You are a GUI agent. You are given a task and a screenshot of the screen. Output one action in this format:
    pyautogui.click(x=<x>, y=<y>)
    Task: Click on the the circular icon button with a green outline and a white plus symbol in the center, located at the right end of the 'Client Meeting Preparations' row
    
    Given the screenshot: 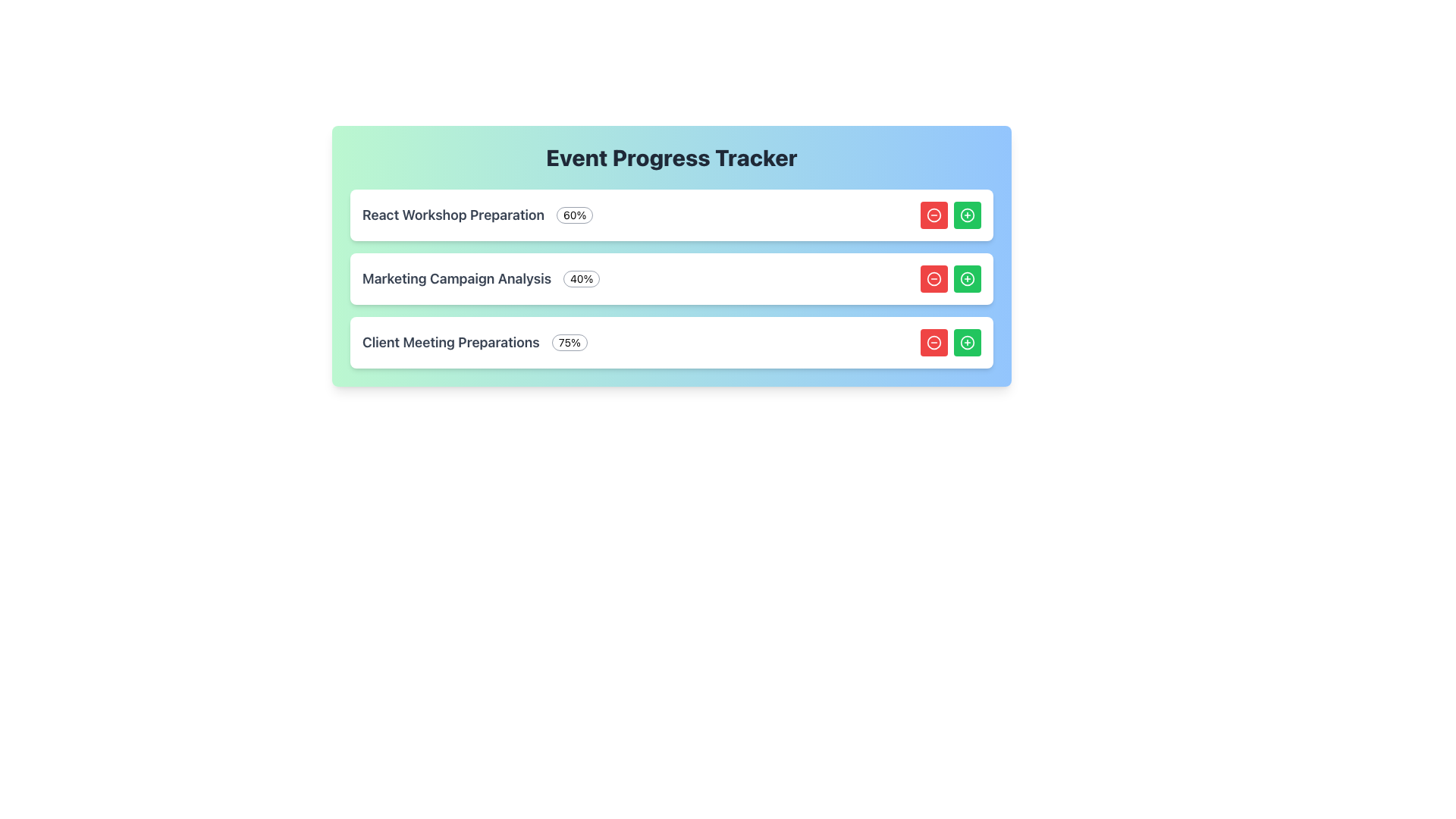 What is the action you would take?
    pyautogui.click(x=967, y=342)
    